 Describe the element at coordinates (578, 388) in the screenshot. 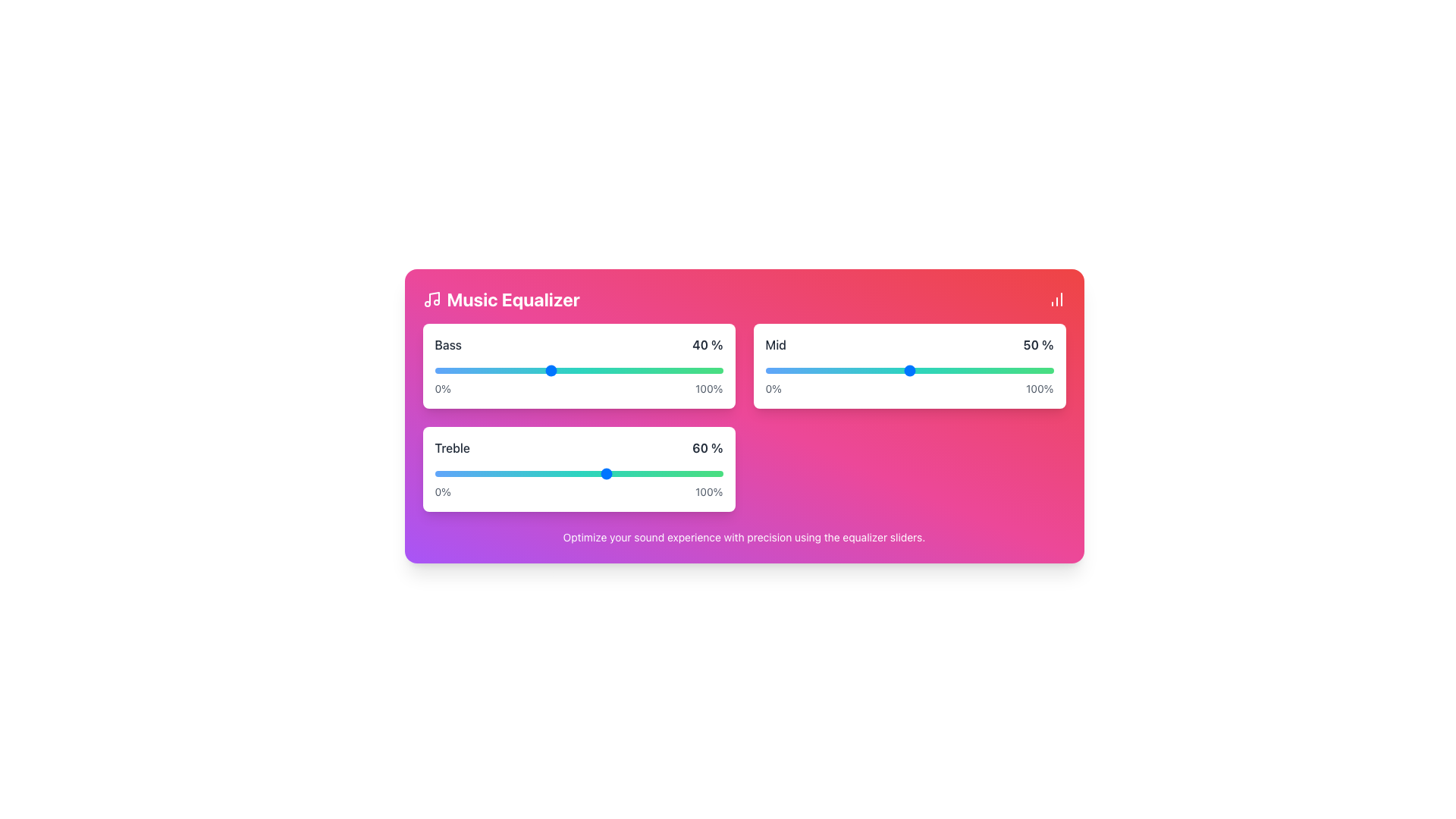

I see `the label displaying '0% 100%' which is located beneath the 'Bass' slider control in the equalizer interface` at that location.